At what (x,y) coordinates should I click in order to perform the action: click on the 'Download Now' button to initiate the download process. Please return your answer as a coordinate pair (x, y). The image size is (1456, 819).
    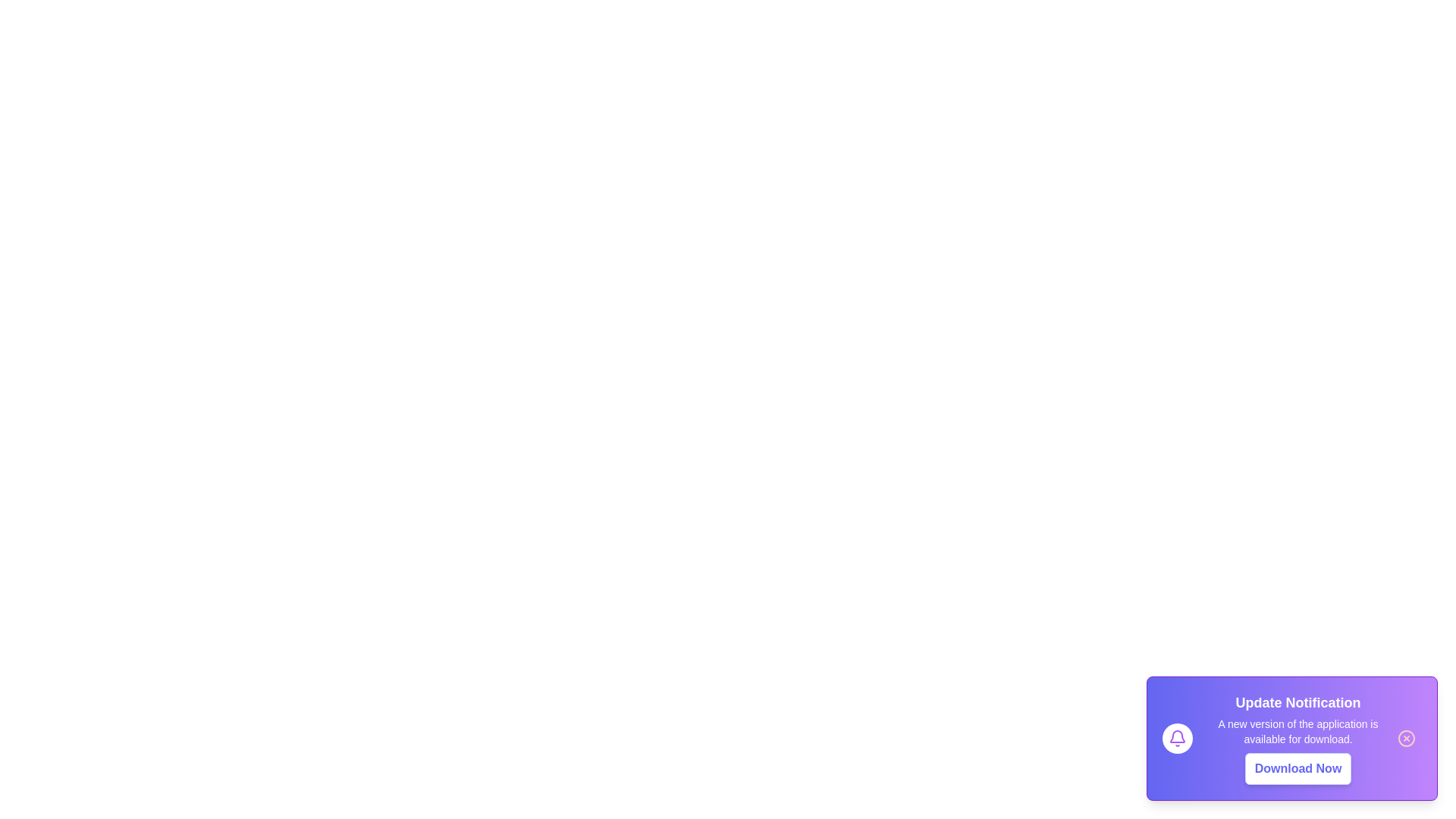
    Looking at the image, I should click on (1298, 769).